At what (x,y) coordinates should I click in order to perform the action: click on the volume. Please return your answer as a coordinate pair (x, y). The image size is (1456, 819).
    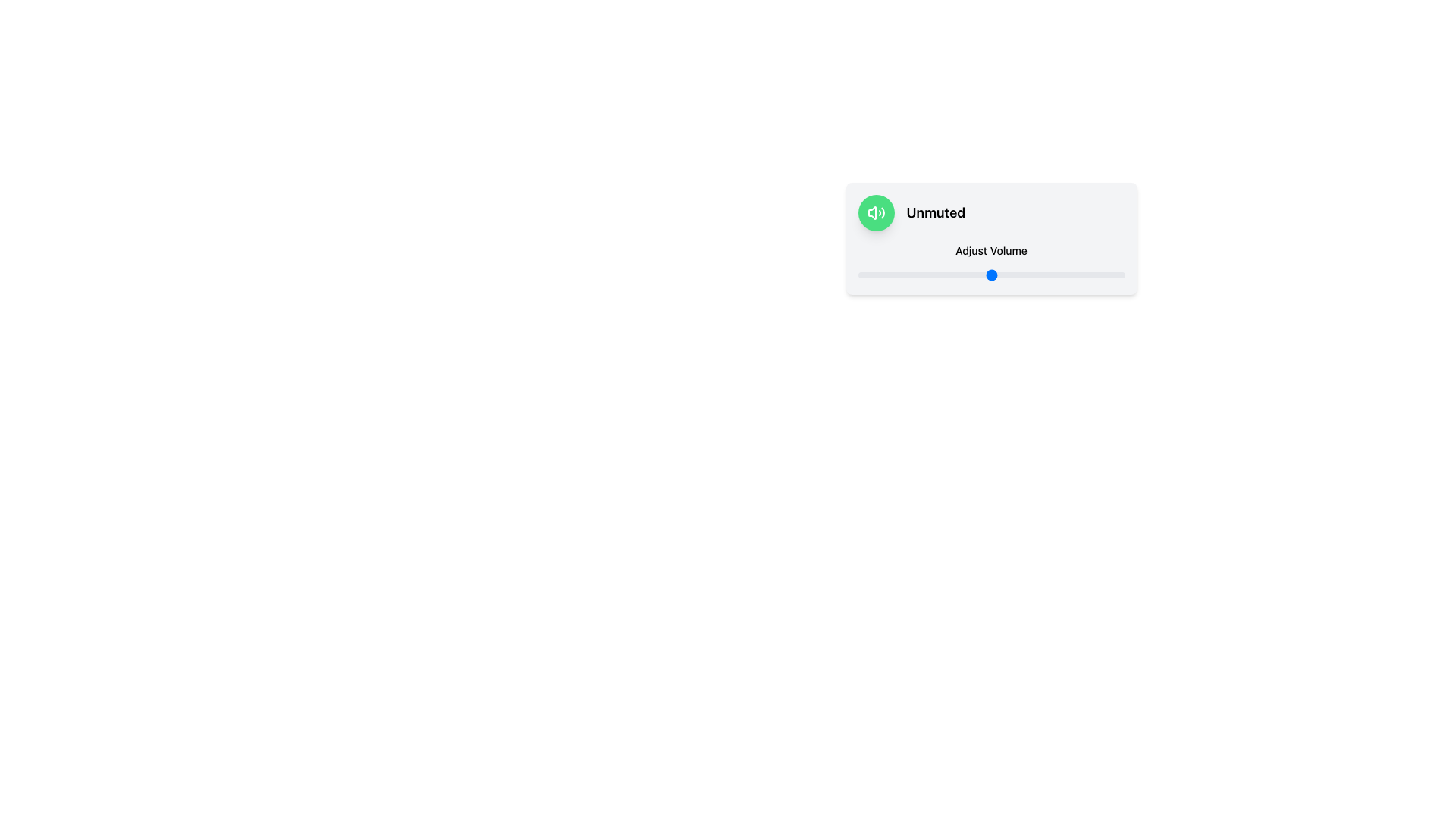
    Looking at the image, I should click on (905, 275).